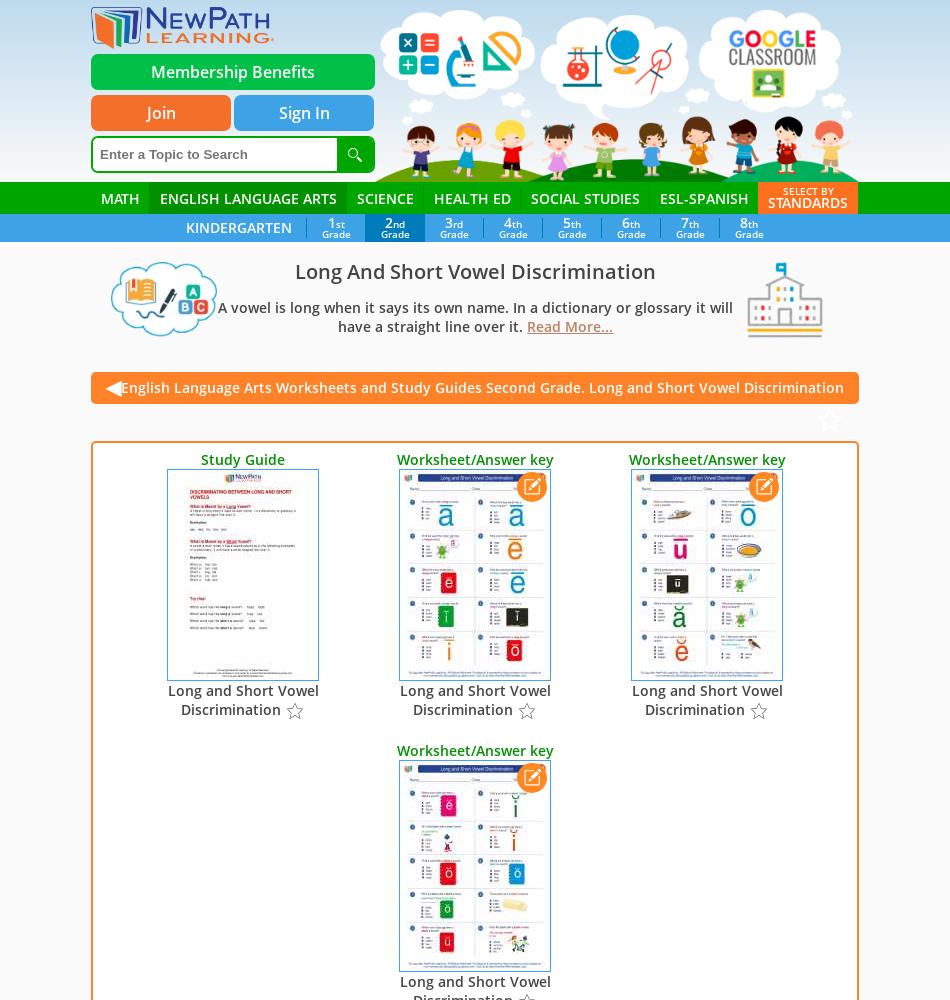  I want to click on '8', so click(743, 221).